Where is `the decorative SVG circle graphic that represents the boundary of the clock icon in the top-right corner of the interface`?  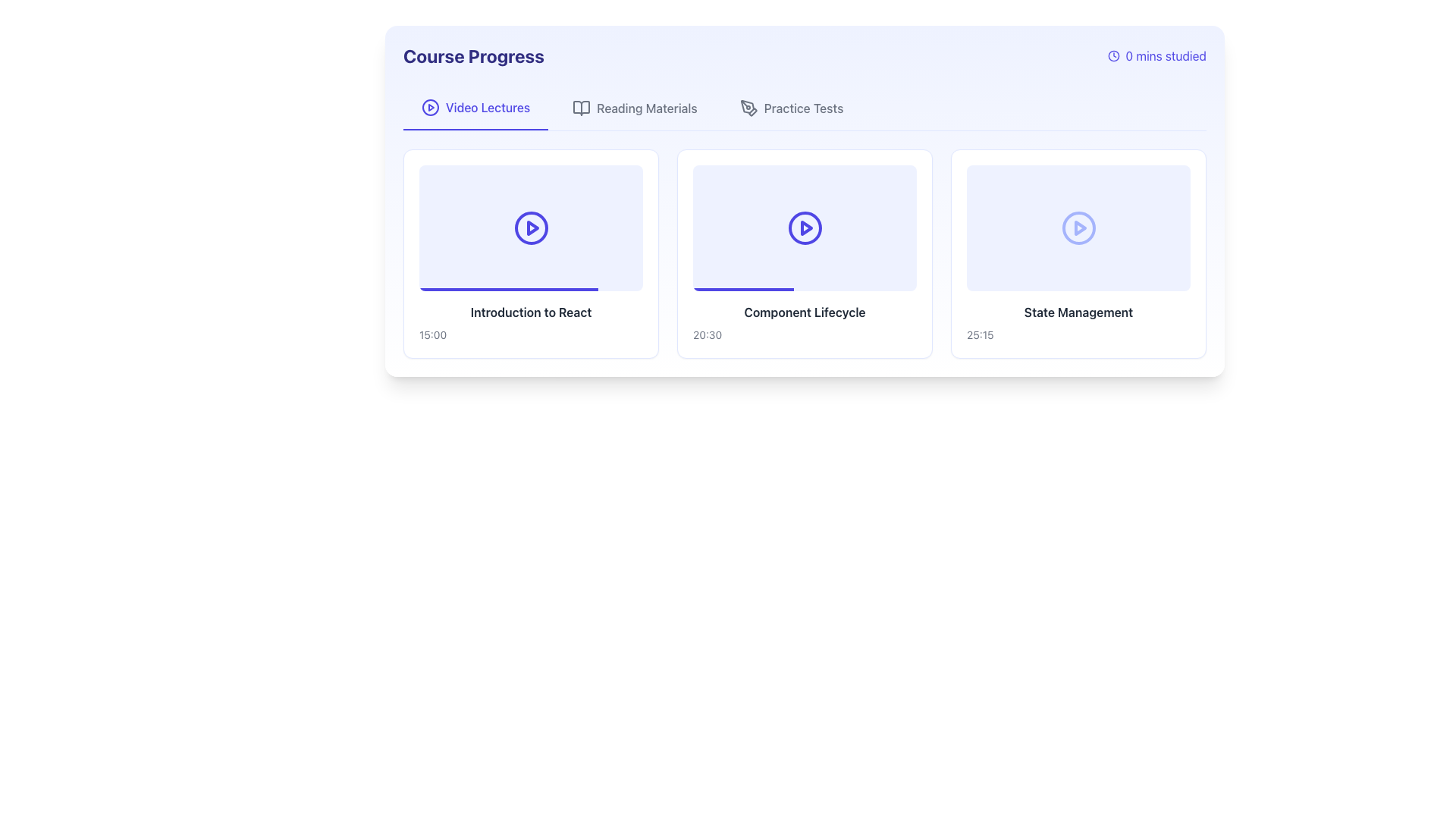 the decorative SVG circle graphic that represents the boundary of the clock icon in the top-right corner of the interface is located at coordinates (1113, 55).